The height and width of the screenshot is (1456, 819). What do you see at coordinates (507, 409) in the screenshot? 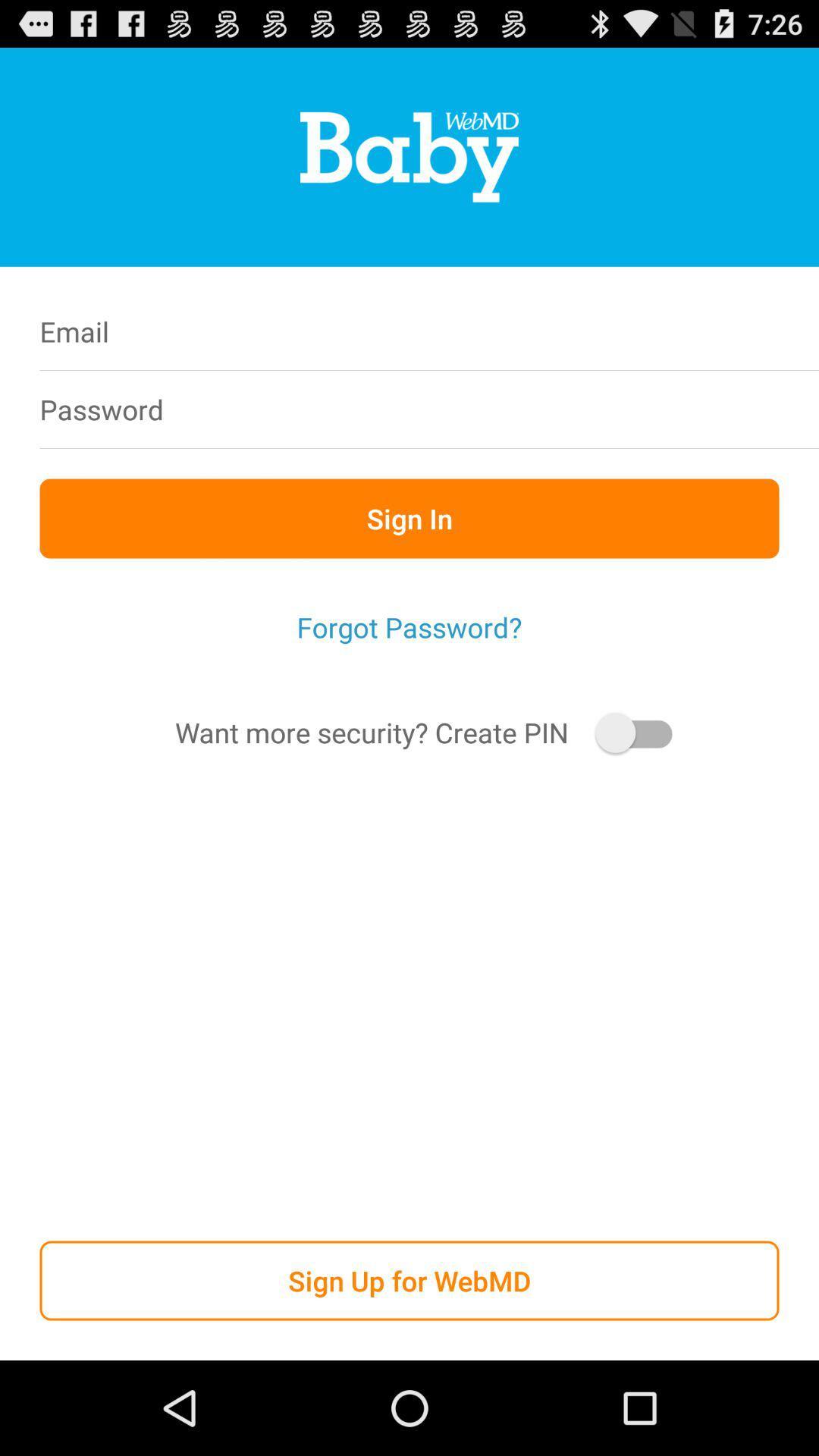
I see `icon to the right of the password icon` at bounding box center [507, 409].